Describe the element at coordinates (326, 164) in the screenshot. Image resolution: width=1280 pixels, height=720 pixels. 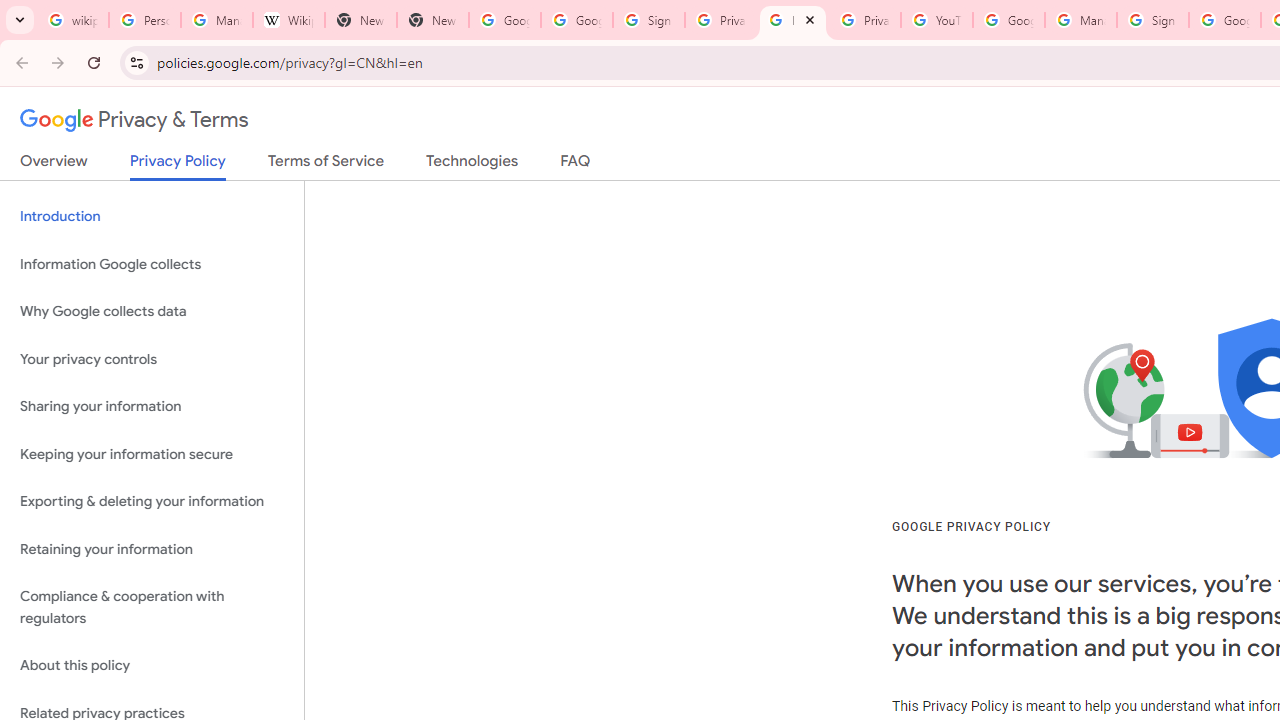
I see `'Terms of Service'` at that location.